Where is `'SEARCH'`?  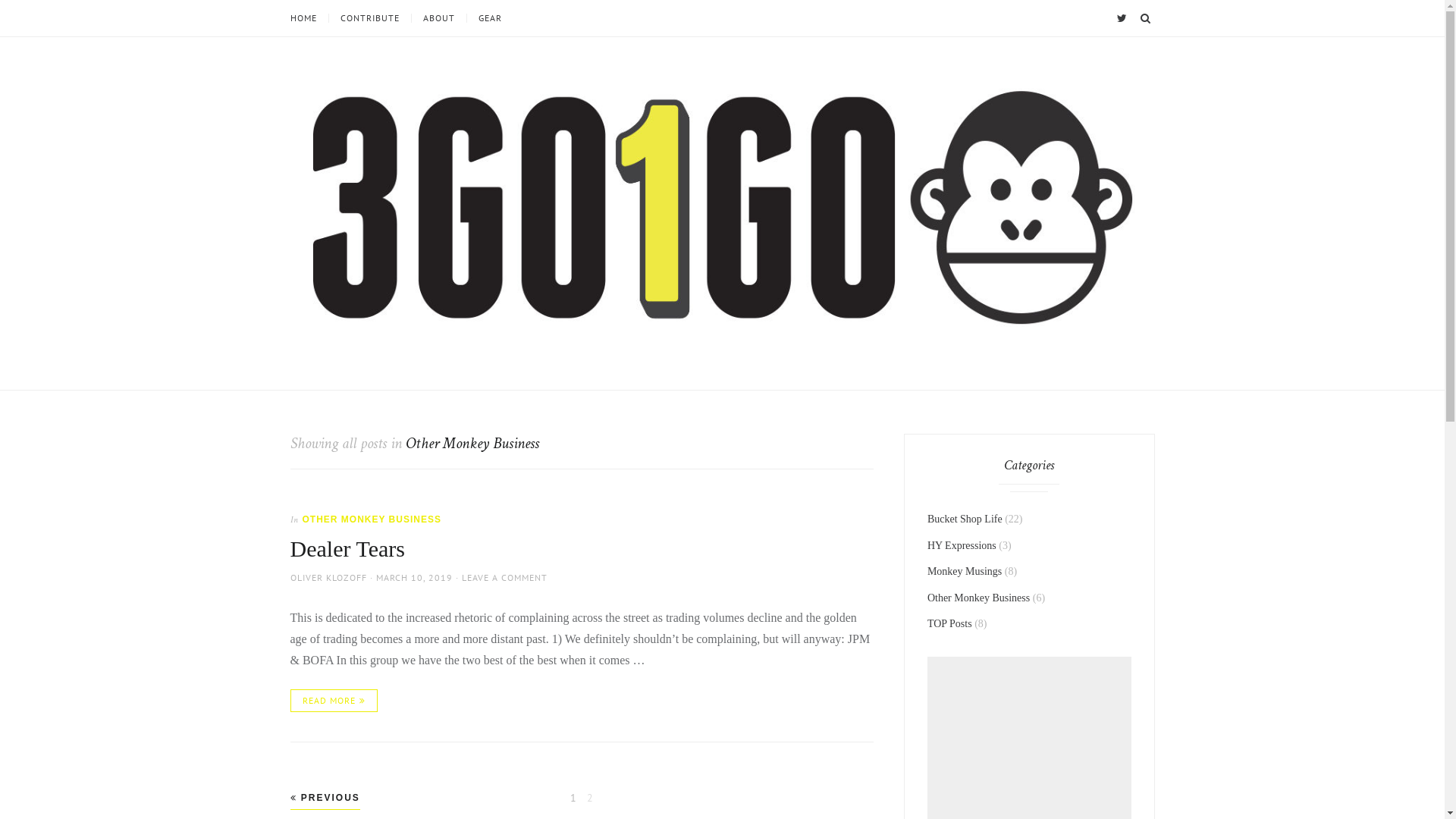
'SEARCH' is located at coordinates (1135, 17).